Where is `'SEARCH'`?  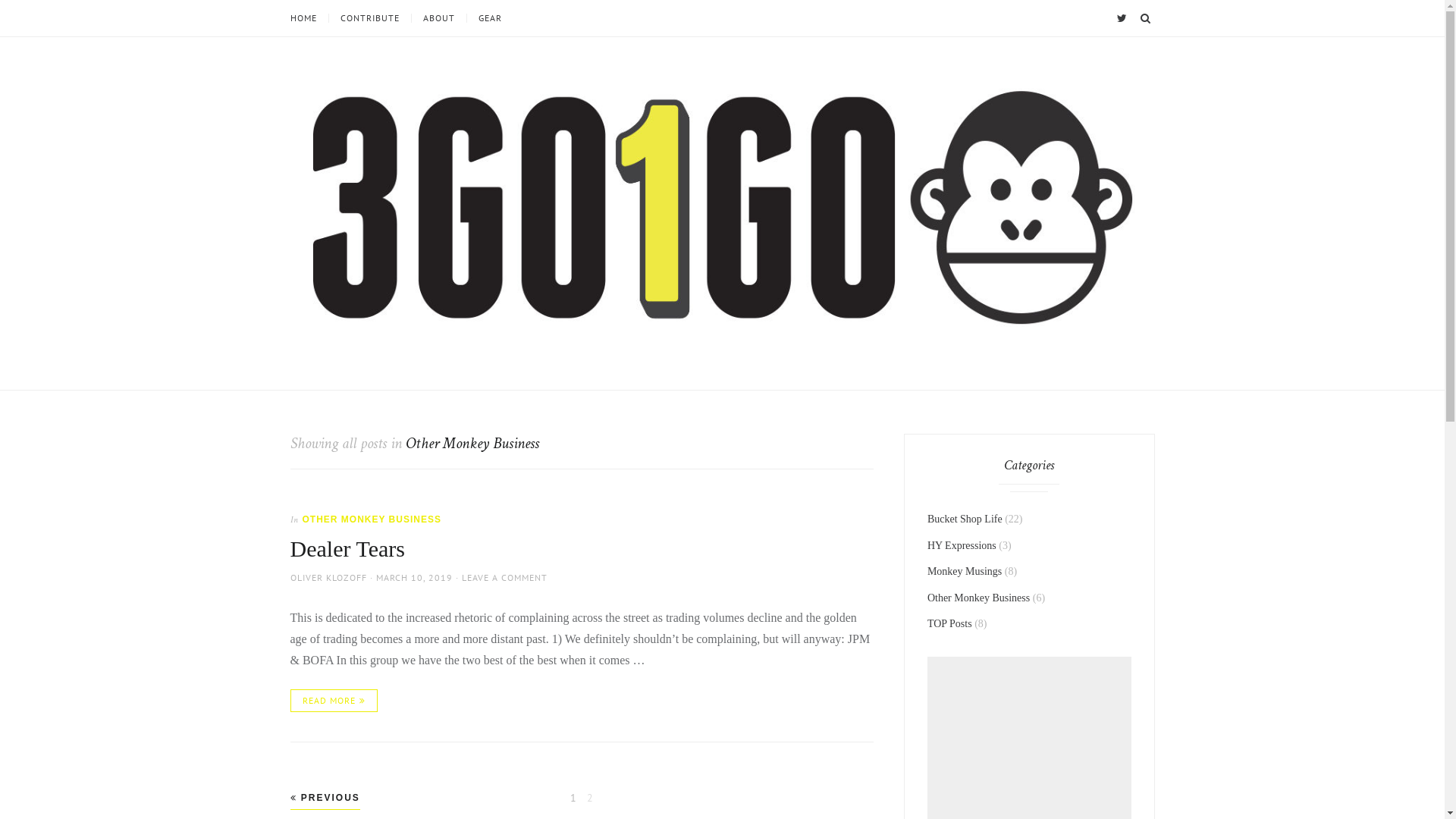
'SEARCH' is located at coordinates (1135, 17).